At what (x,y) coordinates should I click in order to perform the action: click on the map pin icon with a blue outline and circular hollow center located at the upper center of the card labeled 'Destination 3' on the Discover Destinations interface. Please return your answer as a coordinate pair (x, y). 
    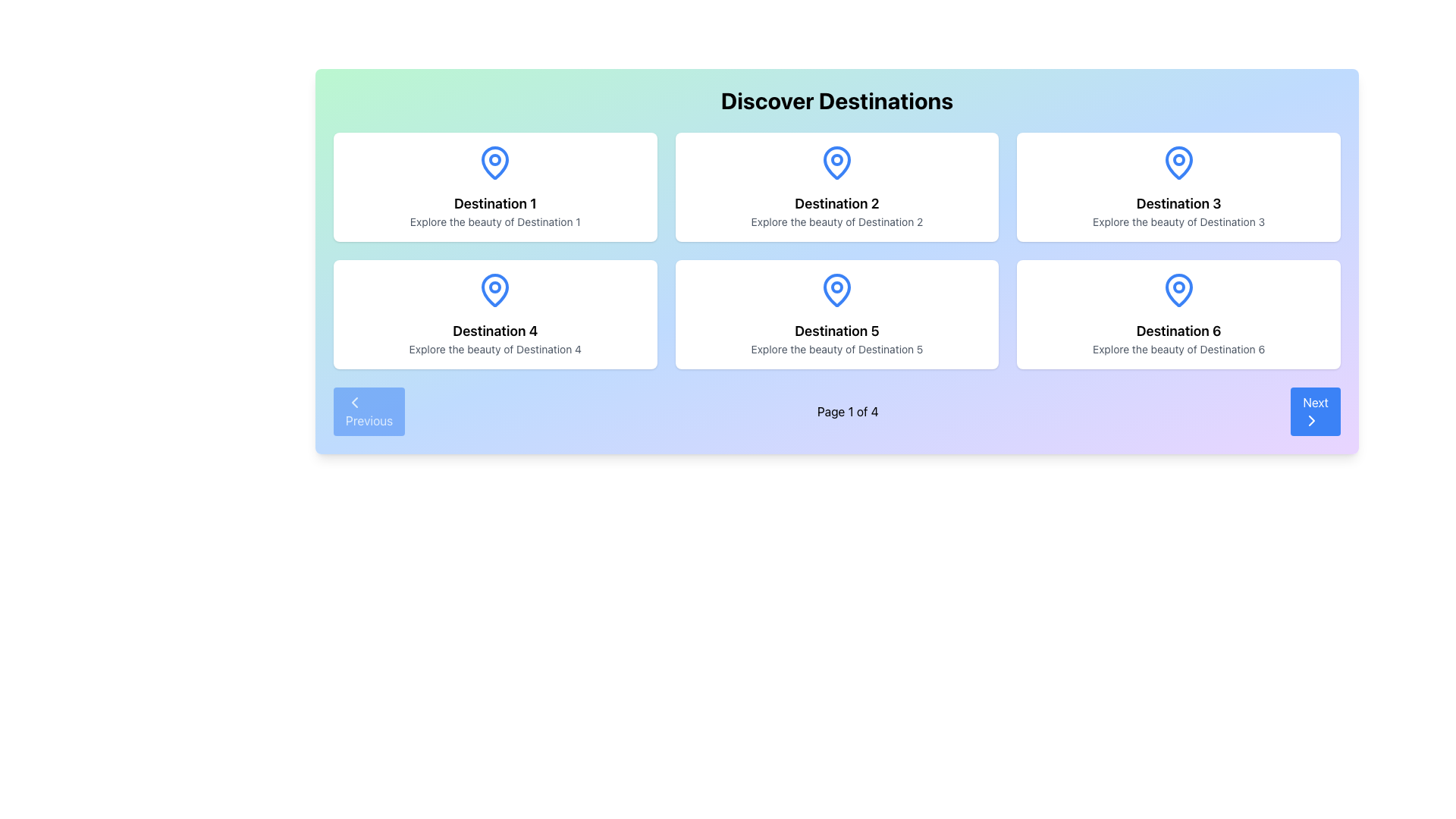
    Looking at the image, I should click on (1178, 163).